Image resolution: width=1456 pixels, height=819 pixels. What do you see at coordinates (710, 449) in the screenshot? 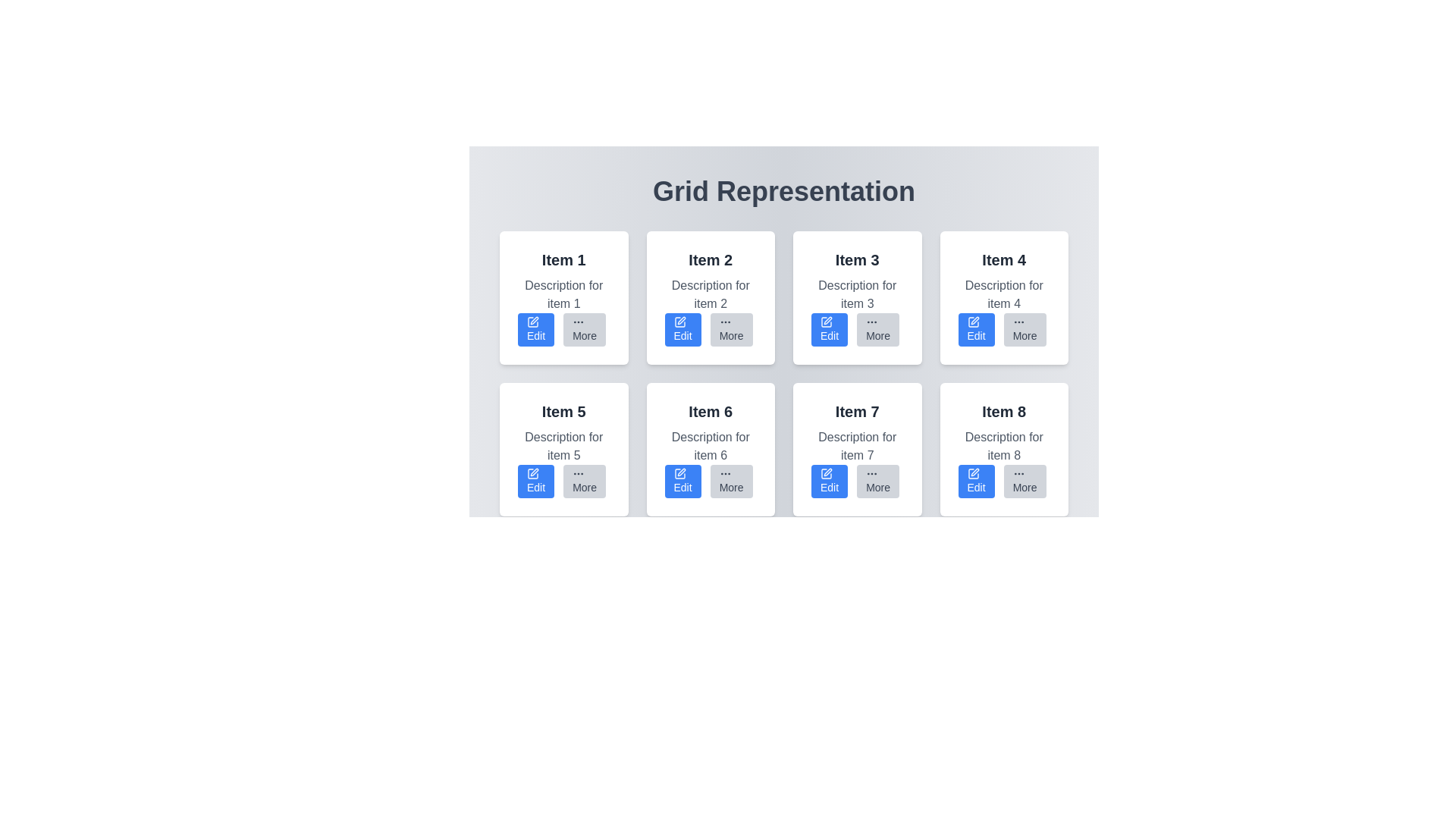
I see `the 'Edit' button located on the card representing a specific item in the middle of the second row of the grid layout` at bounding box center [710, 449].